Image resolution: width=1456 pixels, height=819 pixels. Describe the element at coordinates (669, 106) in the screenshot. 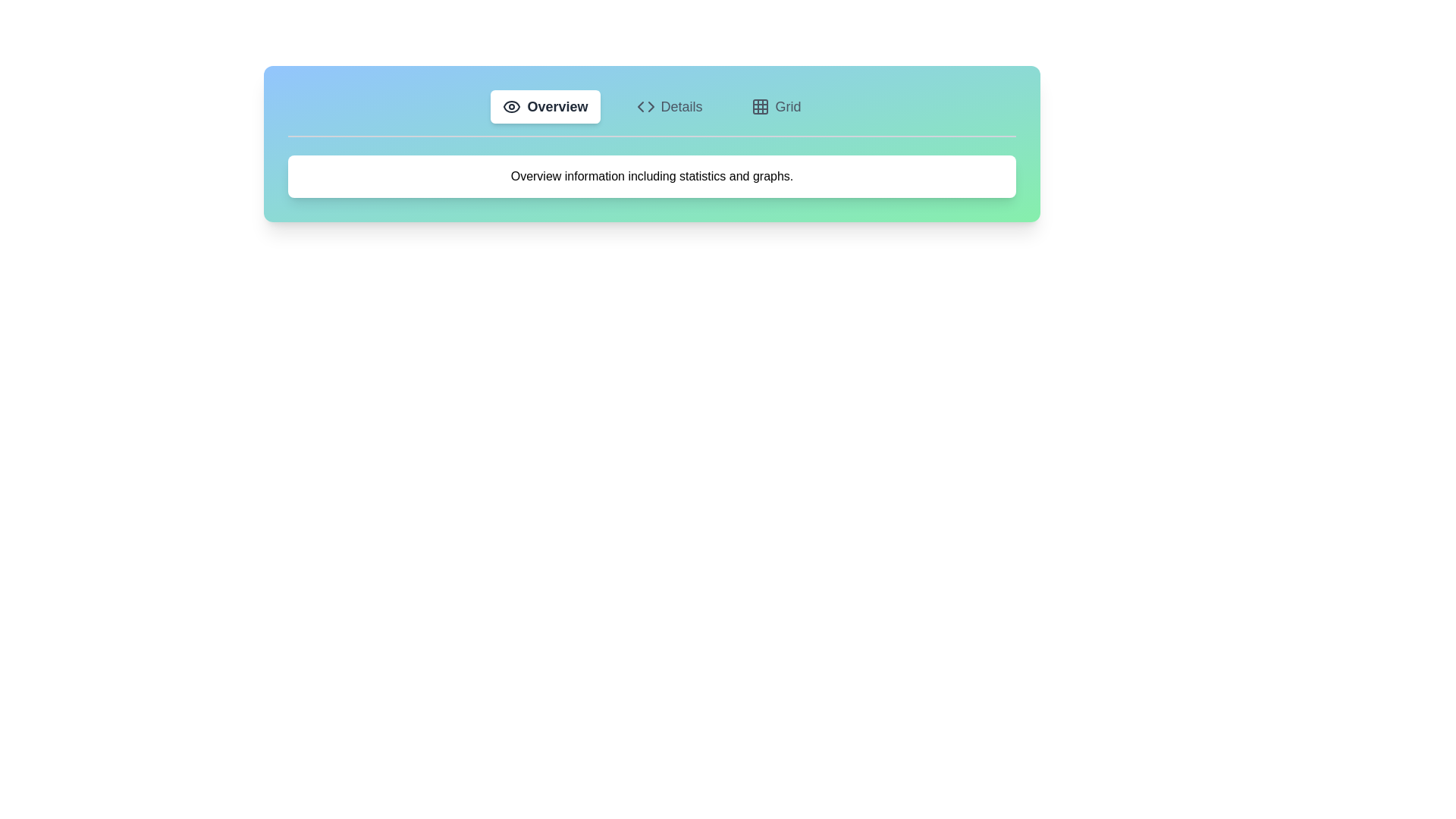

I see `the Details tab by clicking its button` at that location.